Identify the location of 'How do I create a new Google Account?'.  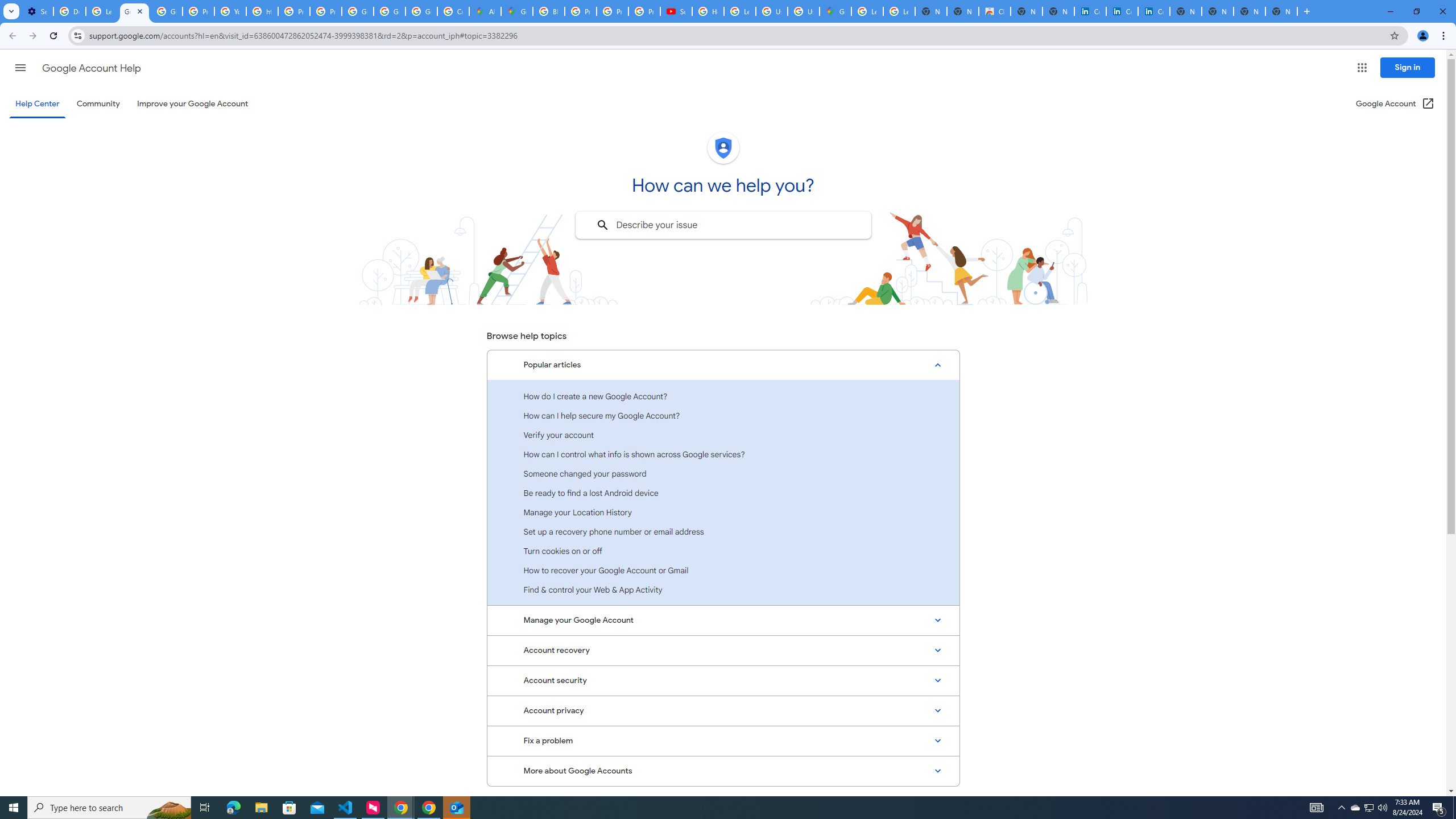
(723, 396).